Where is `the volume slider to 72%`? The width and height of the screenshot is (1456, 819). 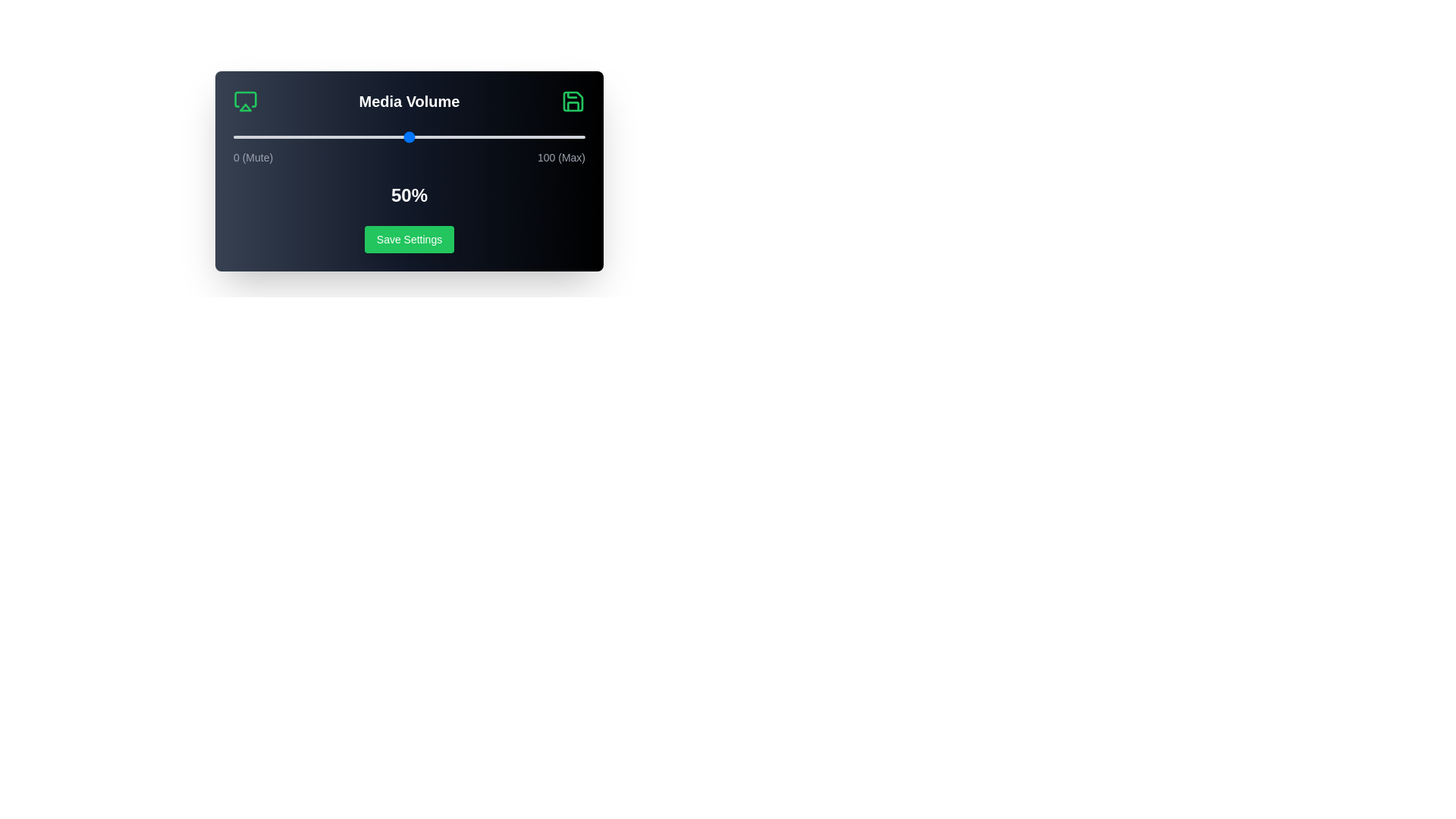 the volume slider to 72% is located at coordinates (487, 137).